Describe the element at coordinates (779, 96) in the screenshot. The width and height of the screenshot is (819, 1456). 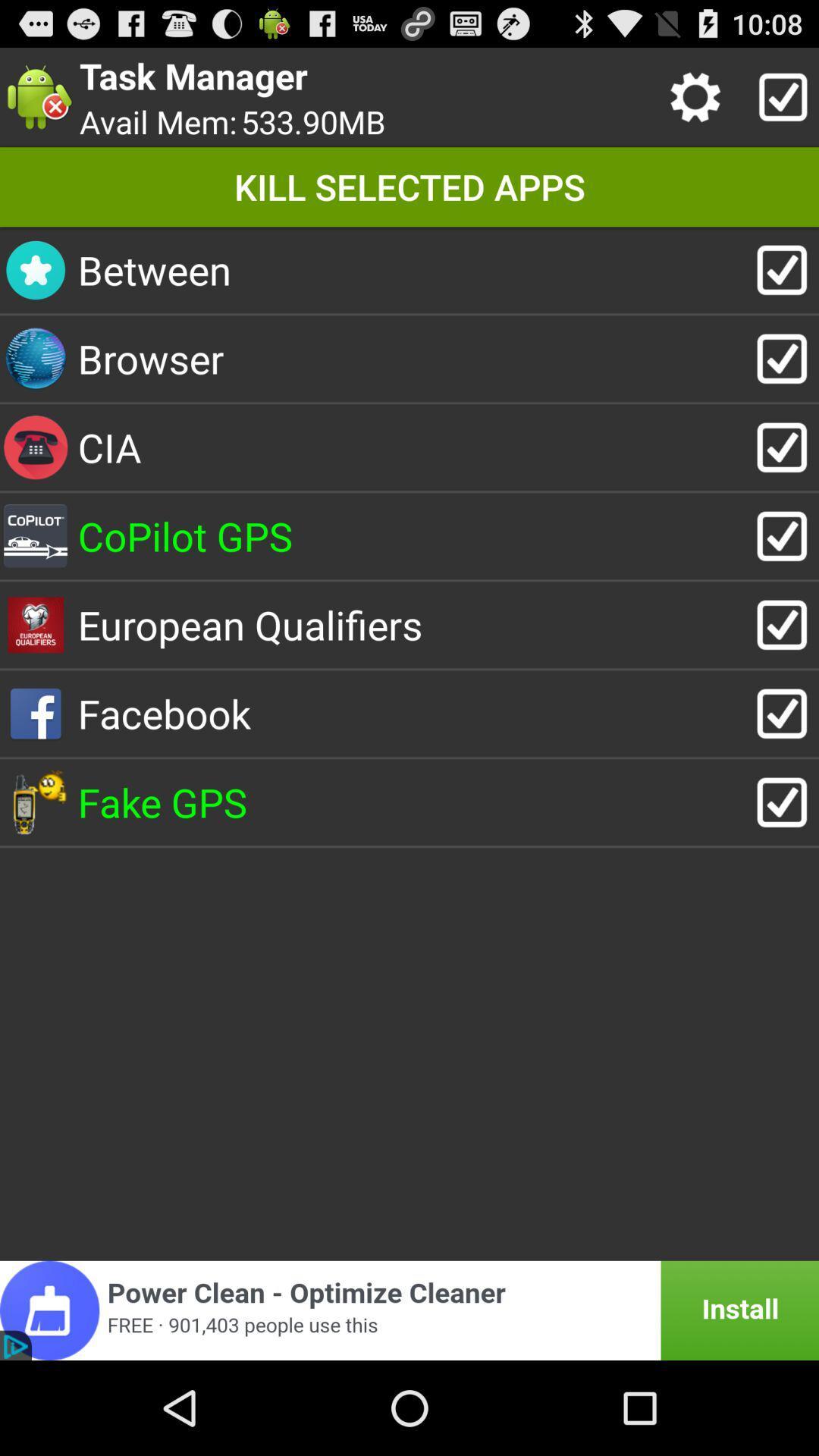
I see `complete page` at that location.